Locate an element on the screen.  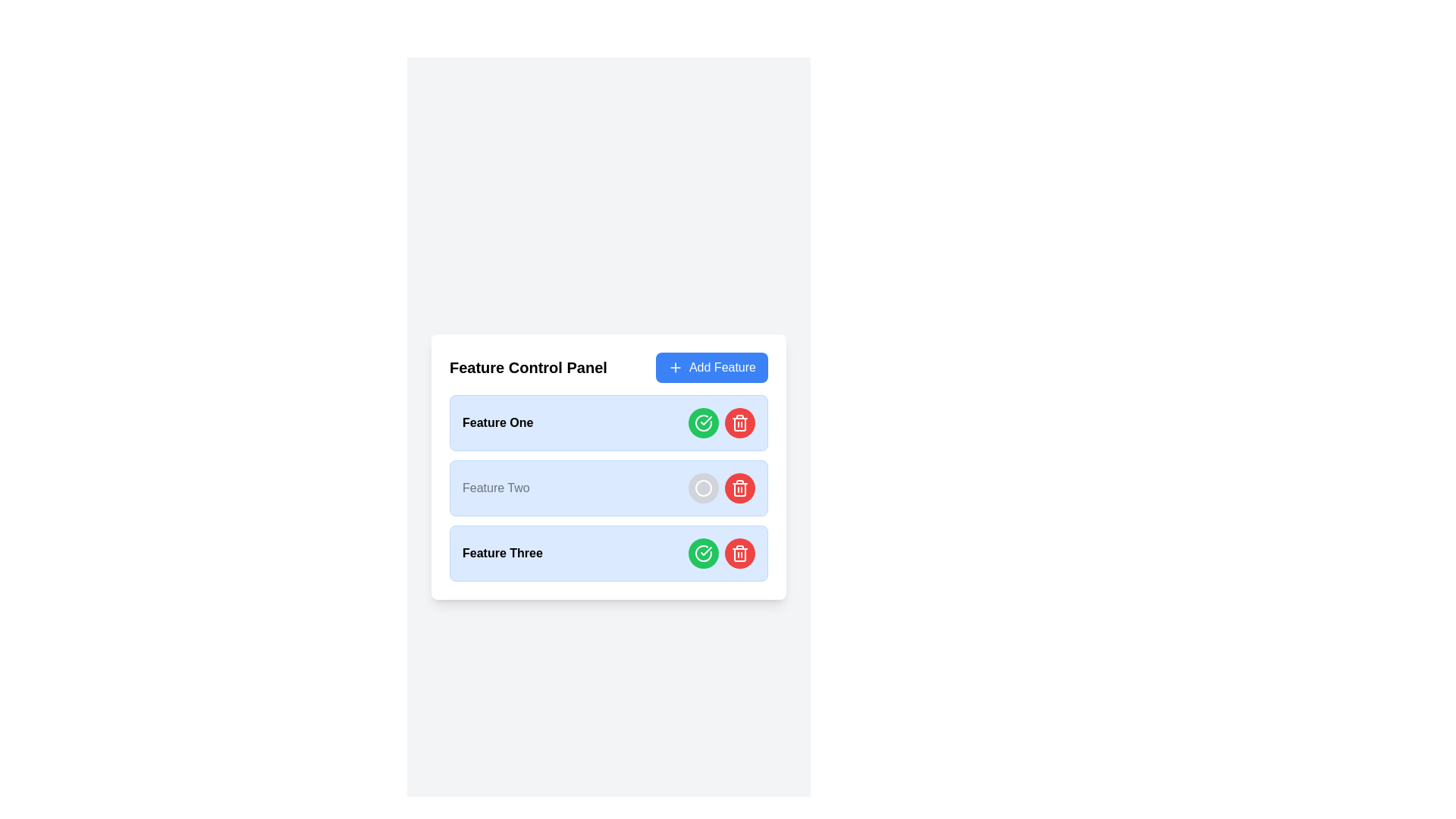
the trash can icon button with a red circular background located in the third row under the 'Feature Three' label is located at coordinates (739, 488).